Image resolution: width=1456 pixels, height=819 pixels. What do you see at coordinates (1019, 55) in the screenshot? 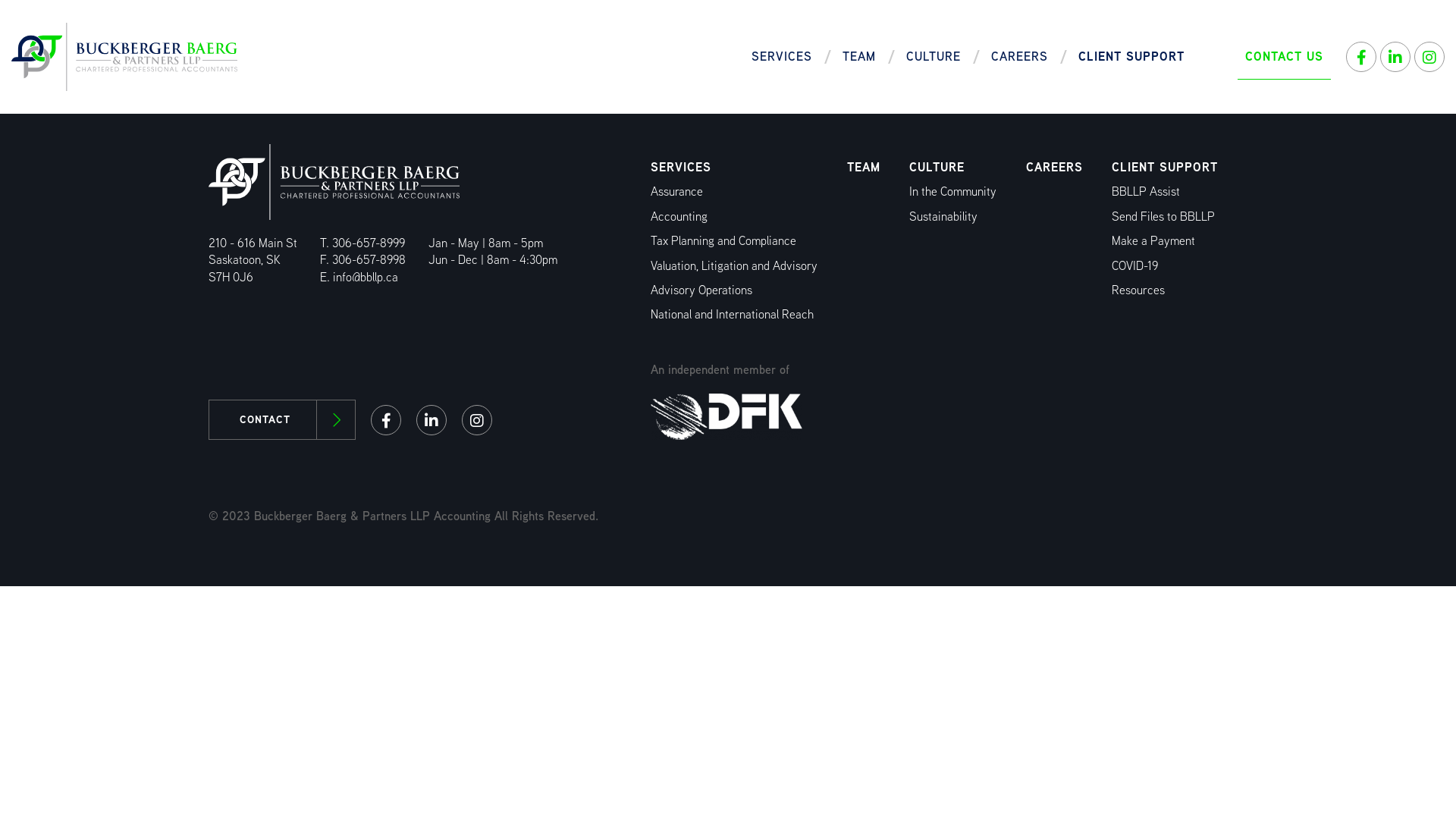
I see `'CAREERS'` at bounding box center [1019, 55].